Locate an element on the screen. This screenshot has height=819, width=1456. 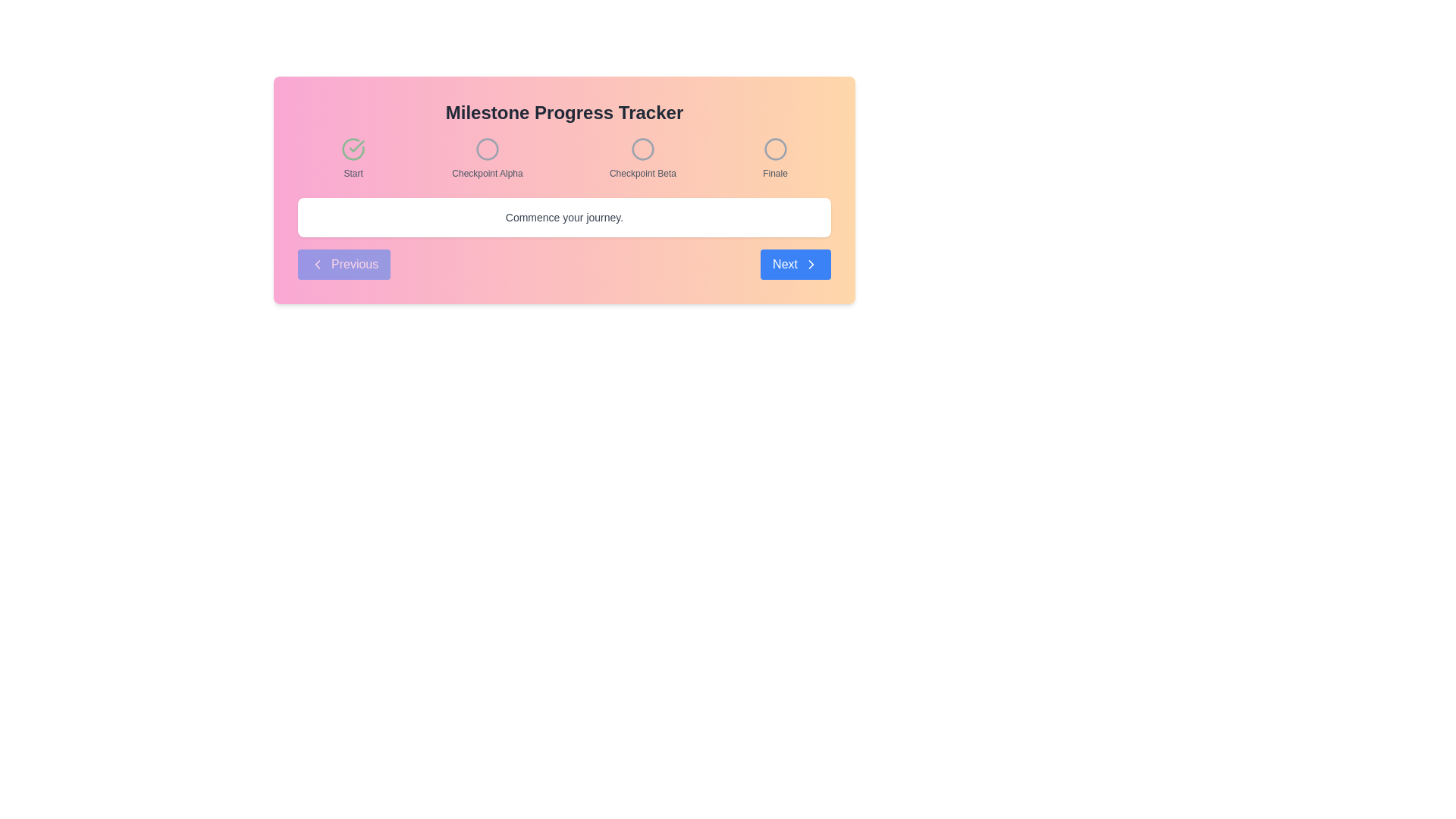
the fourth circular icon with a gray border and transparent center in the milestone tracker interface is located at coordinates (775, 149).